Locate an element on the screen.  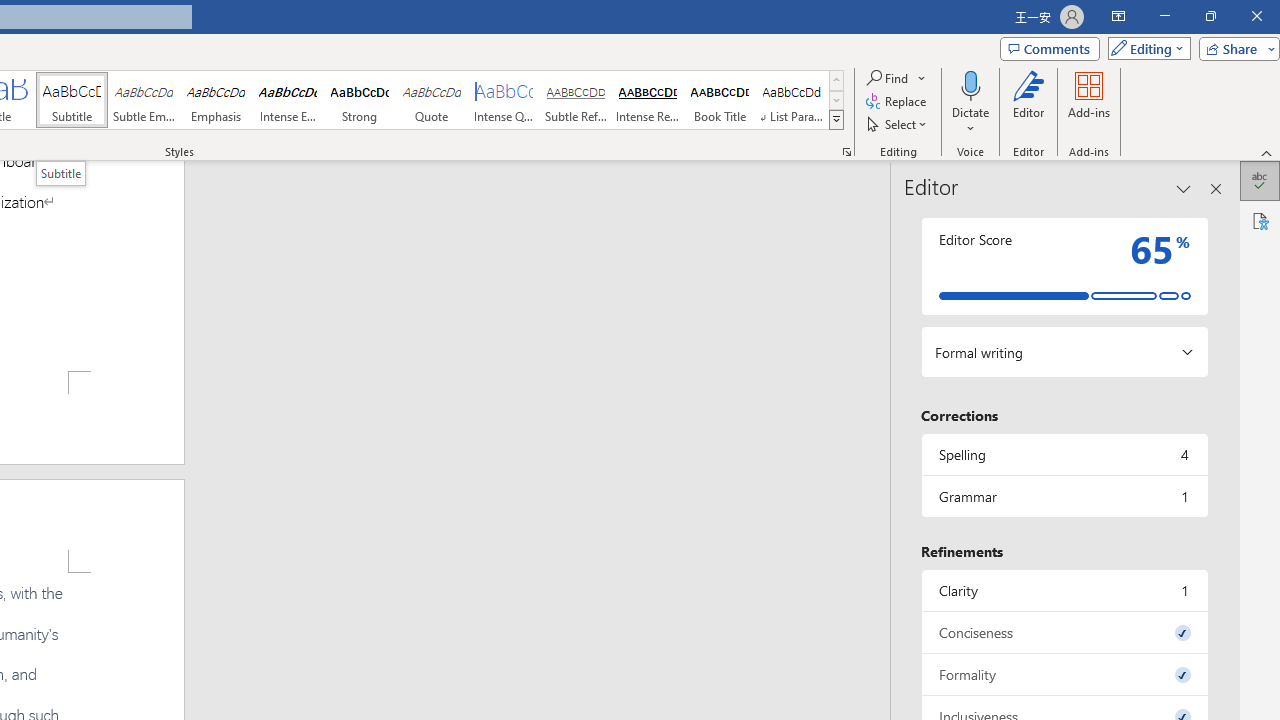
'Subtitle' is located at coordinates (71, 100).